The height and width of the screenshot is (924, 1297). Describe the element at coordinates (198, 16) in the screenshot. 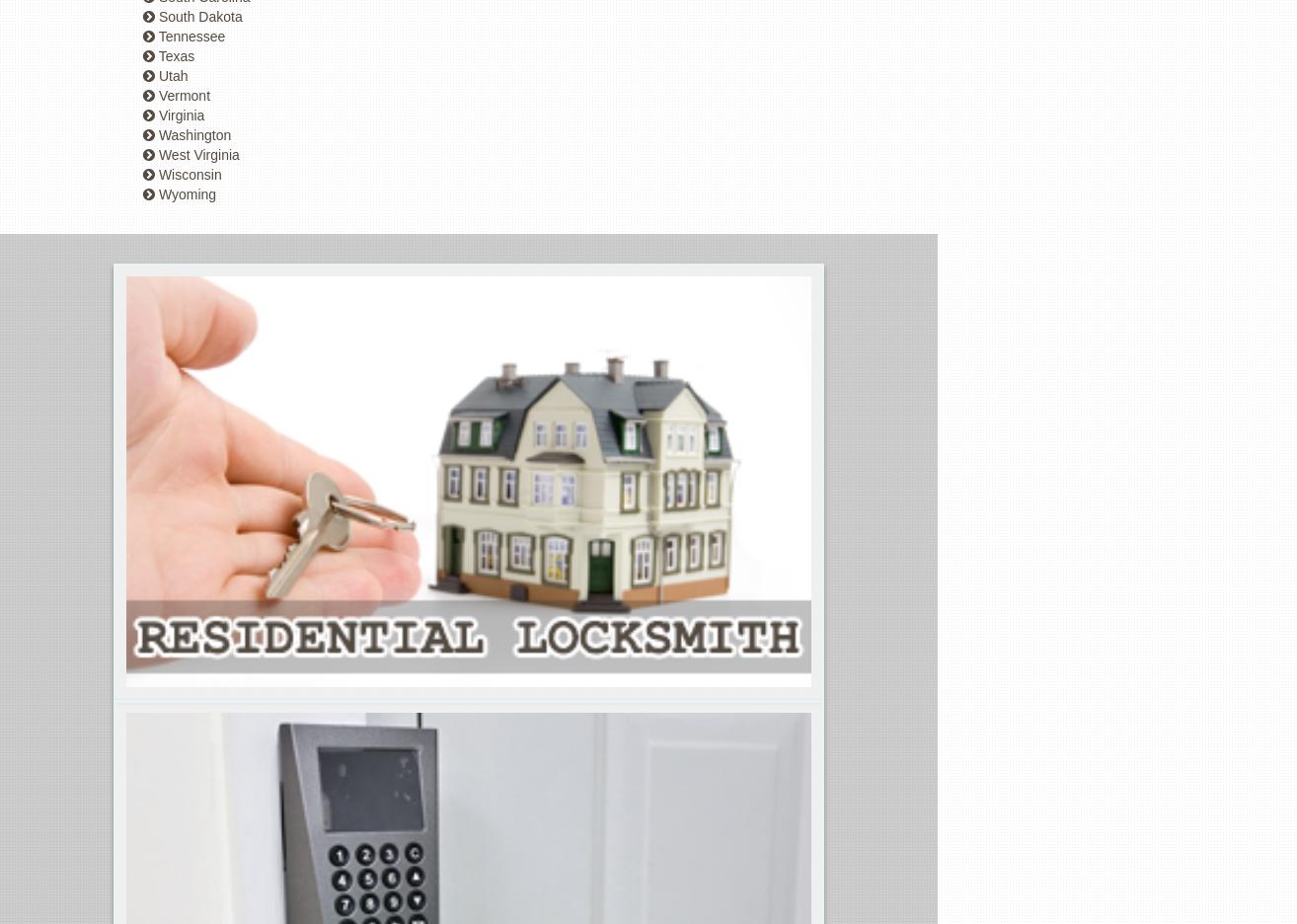

I see `'South Dakota'` at that location.